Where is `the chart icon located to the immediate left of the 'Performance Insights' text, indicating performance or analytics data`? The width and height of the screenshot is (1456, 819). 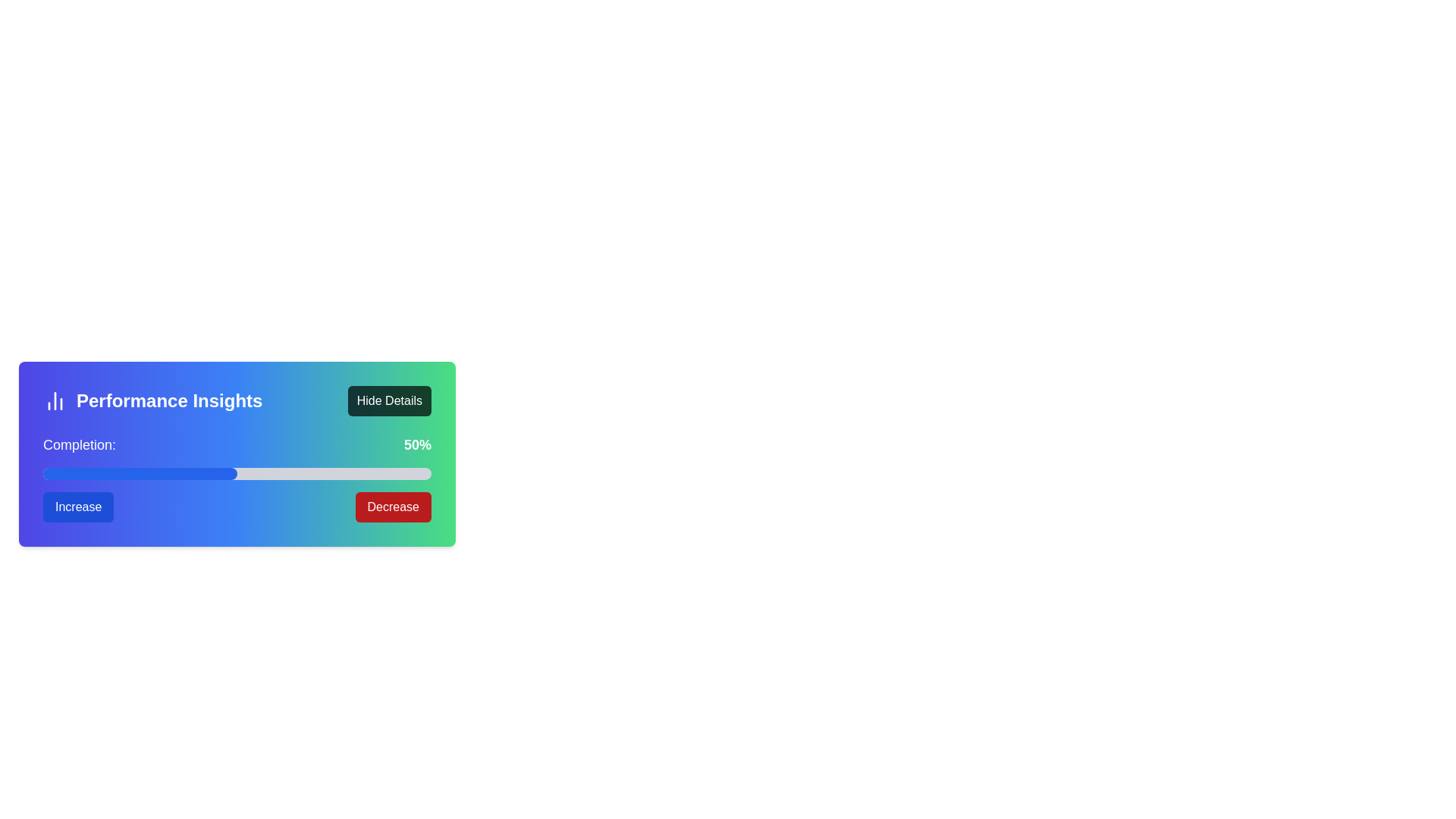 the chart icon located to the immediate left of the 'Performance Insights' text, indicating performance or analytics data is located at coordinates (55, 400).